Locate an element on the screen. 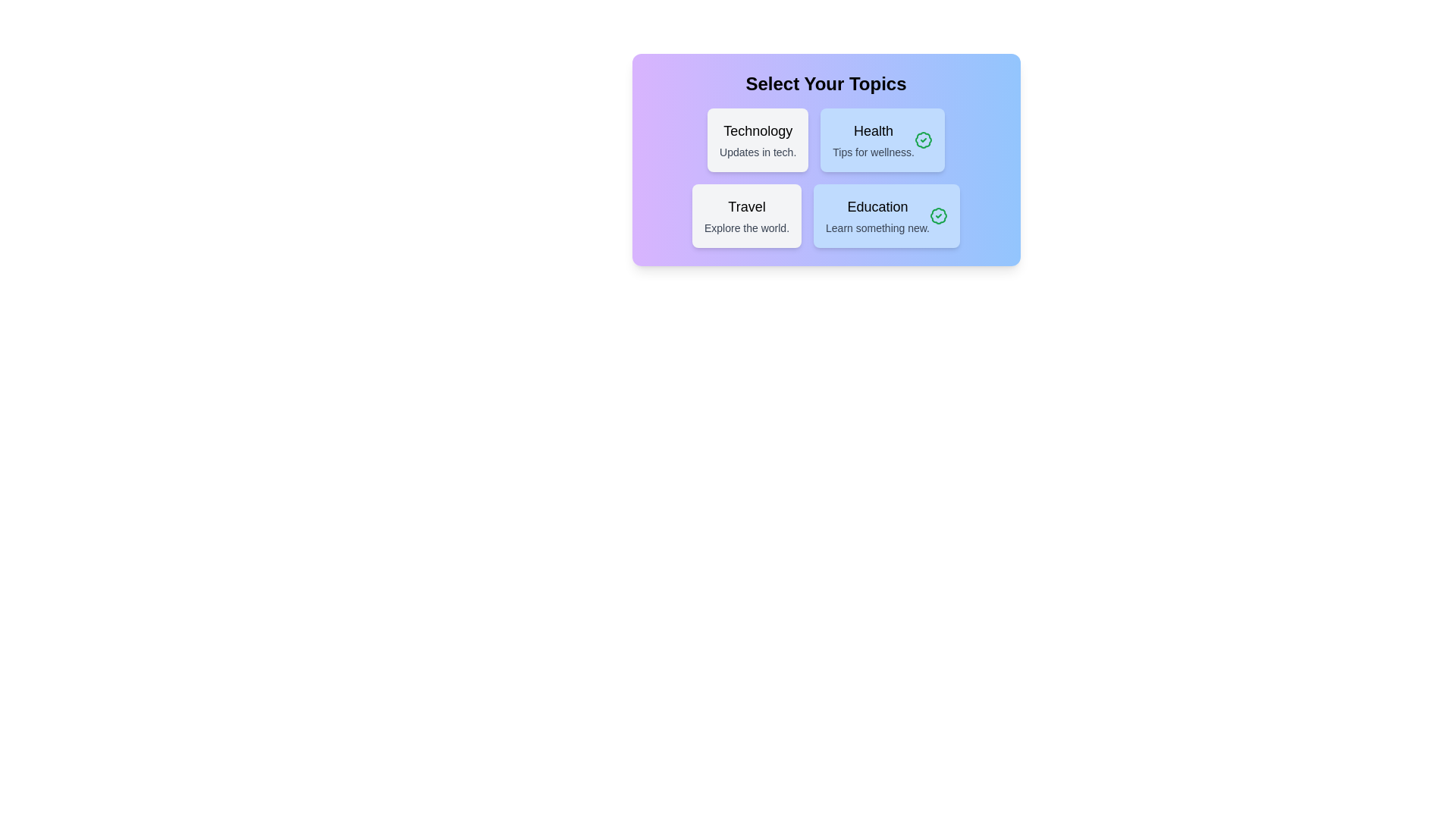 This screenshot has width=1456, height=819. the chip labeled Health to observe the hover effect is located at coordinates (883, 140).